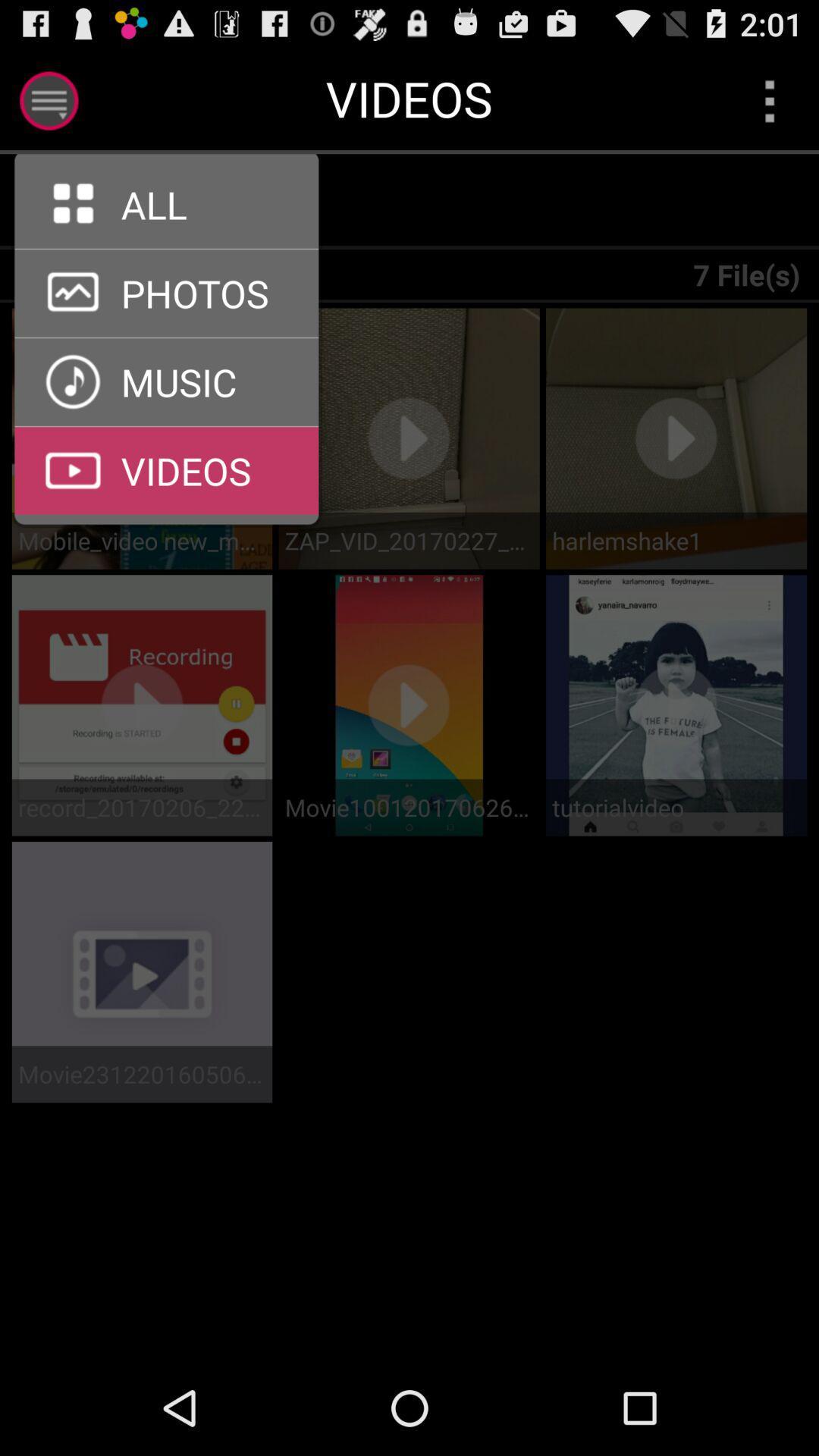 The width and height of the screenshot is (819, 1456). What do you see at coordinates (64, 201) in the screenshot?
I see `show all` at bounding box center [64, 201].